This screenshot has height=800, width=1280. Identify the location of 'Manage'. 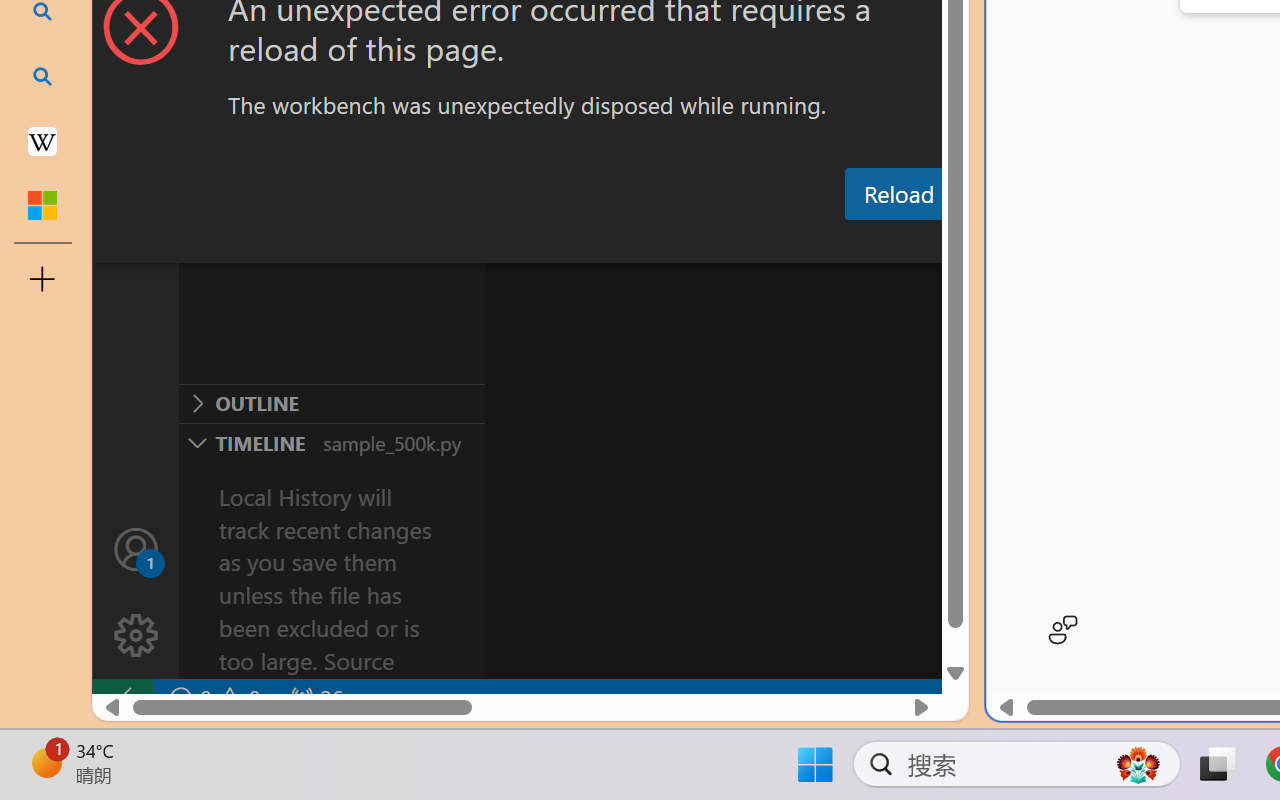
(134, 634).